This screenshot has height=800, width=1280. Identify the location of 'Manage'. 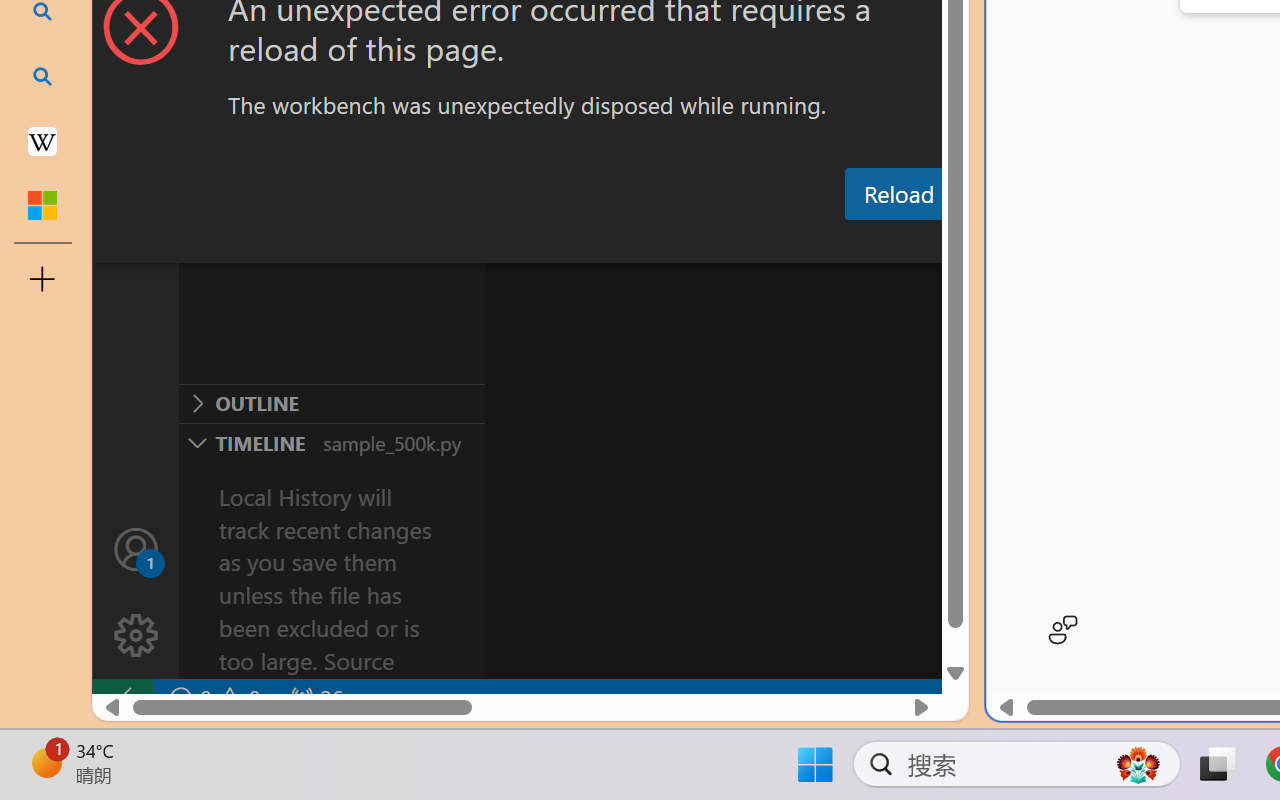
(134, 634).